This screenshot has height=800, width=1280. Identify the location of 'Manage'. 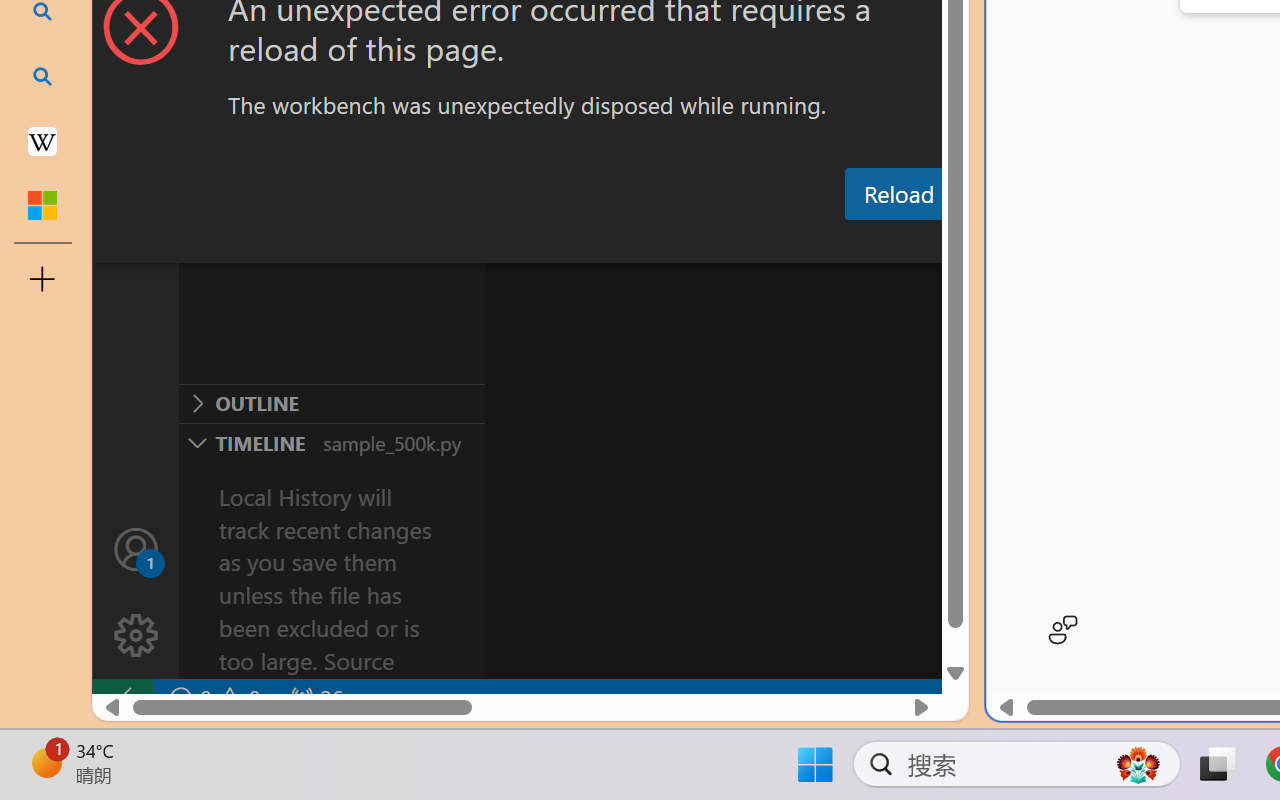
(134, 634).